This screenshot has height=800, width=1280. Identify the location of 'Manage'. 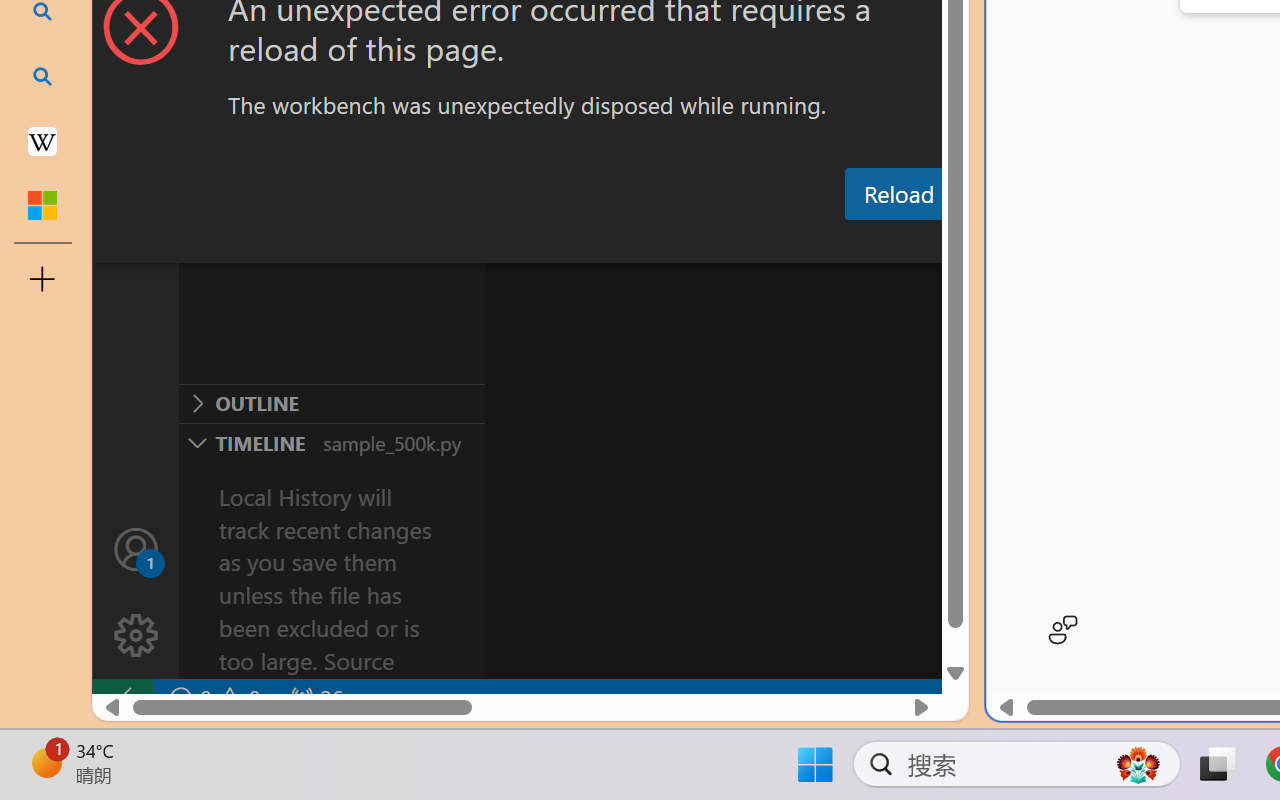
(134, 634).